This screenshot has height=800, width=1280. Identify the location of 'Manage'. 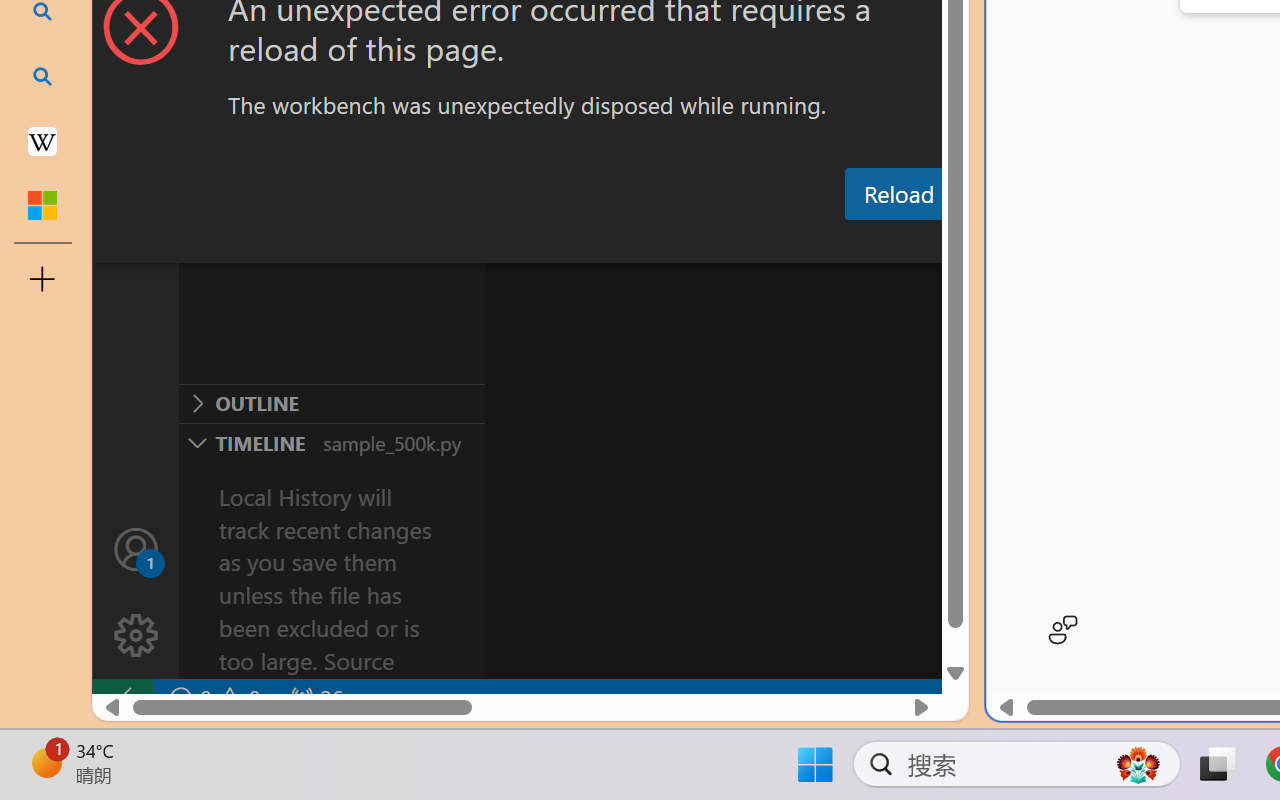
(134, 634).